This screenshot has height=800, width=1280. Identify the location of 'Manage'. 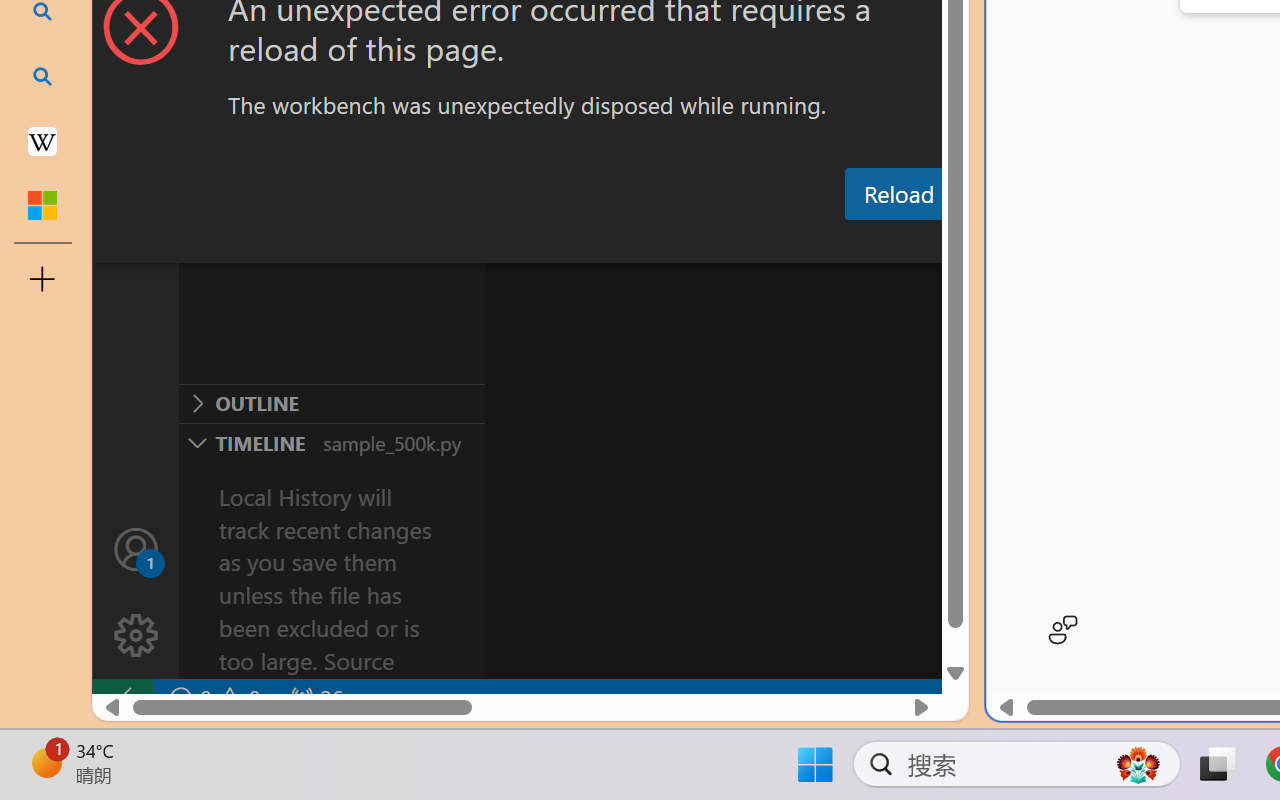
(134, 634).